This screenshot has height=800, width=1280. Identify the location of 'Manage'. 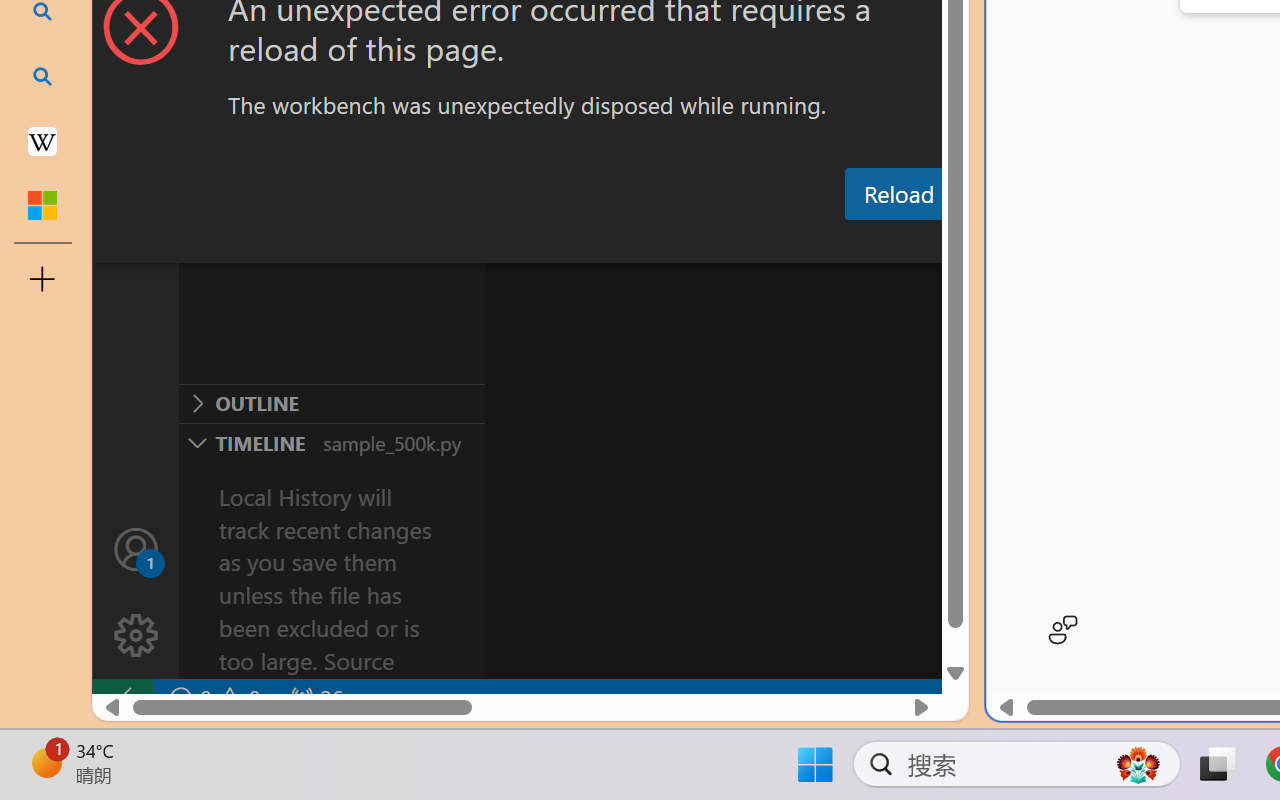
(134, 634).